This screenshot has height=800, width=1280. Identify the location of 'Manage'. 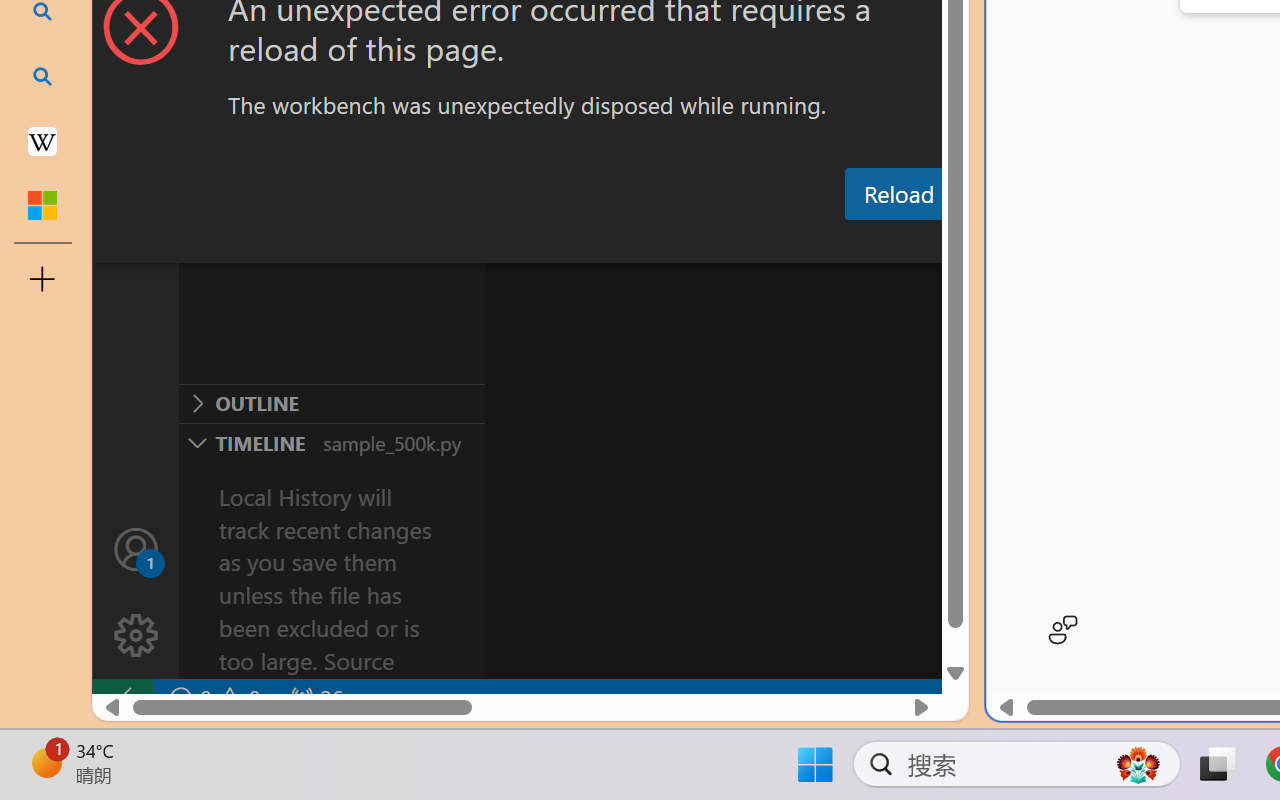
(134, 634).